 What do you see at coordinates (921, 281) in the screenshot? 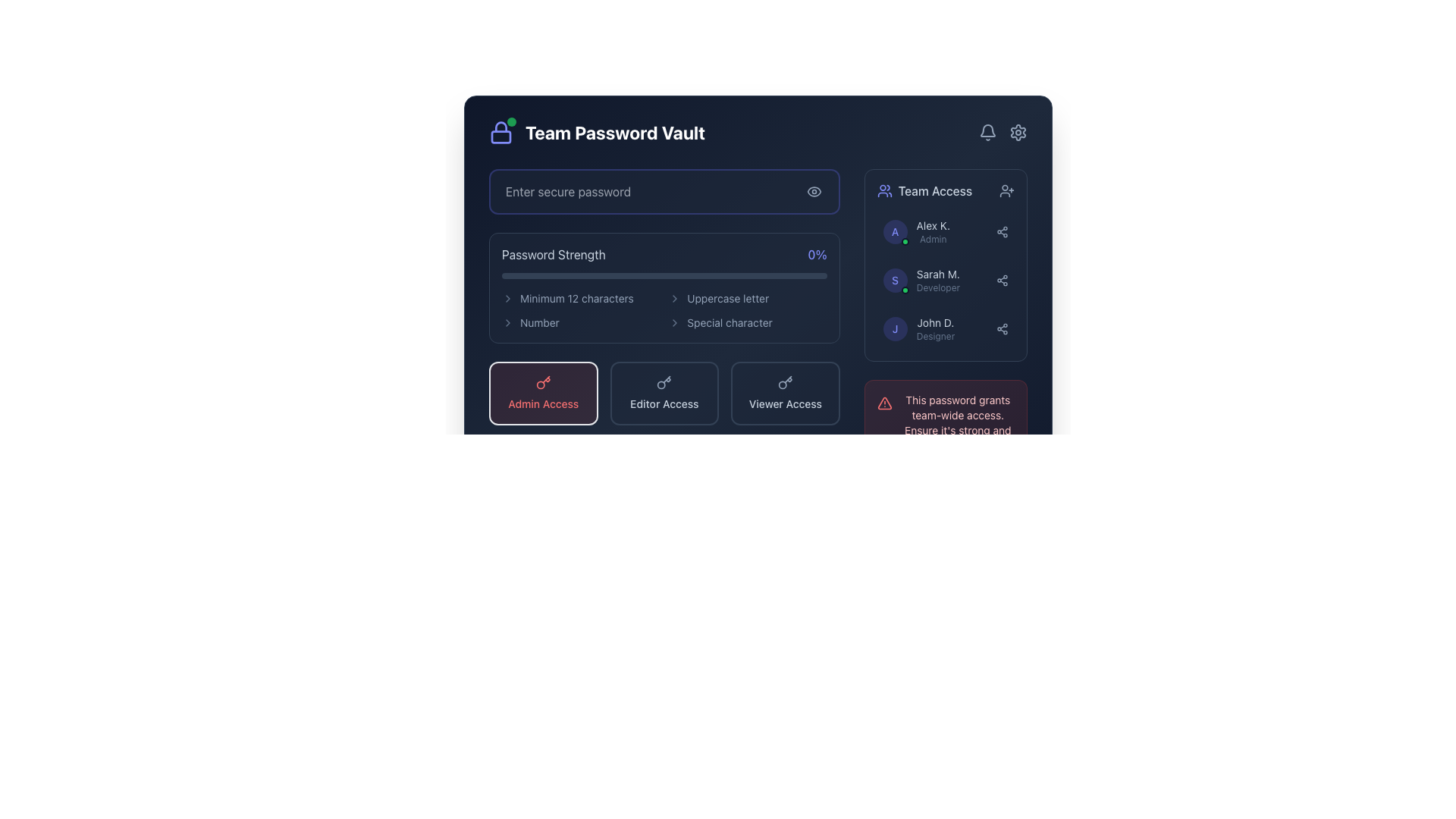
I see `to select the profile card entry for Sarah M., the Developer, which is the second entry in the list of team members` at bounding box center [921, 281].